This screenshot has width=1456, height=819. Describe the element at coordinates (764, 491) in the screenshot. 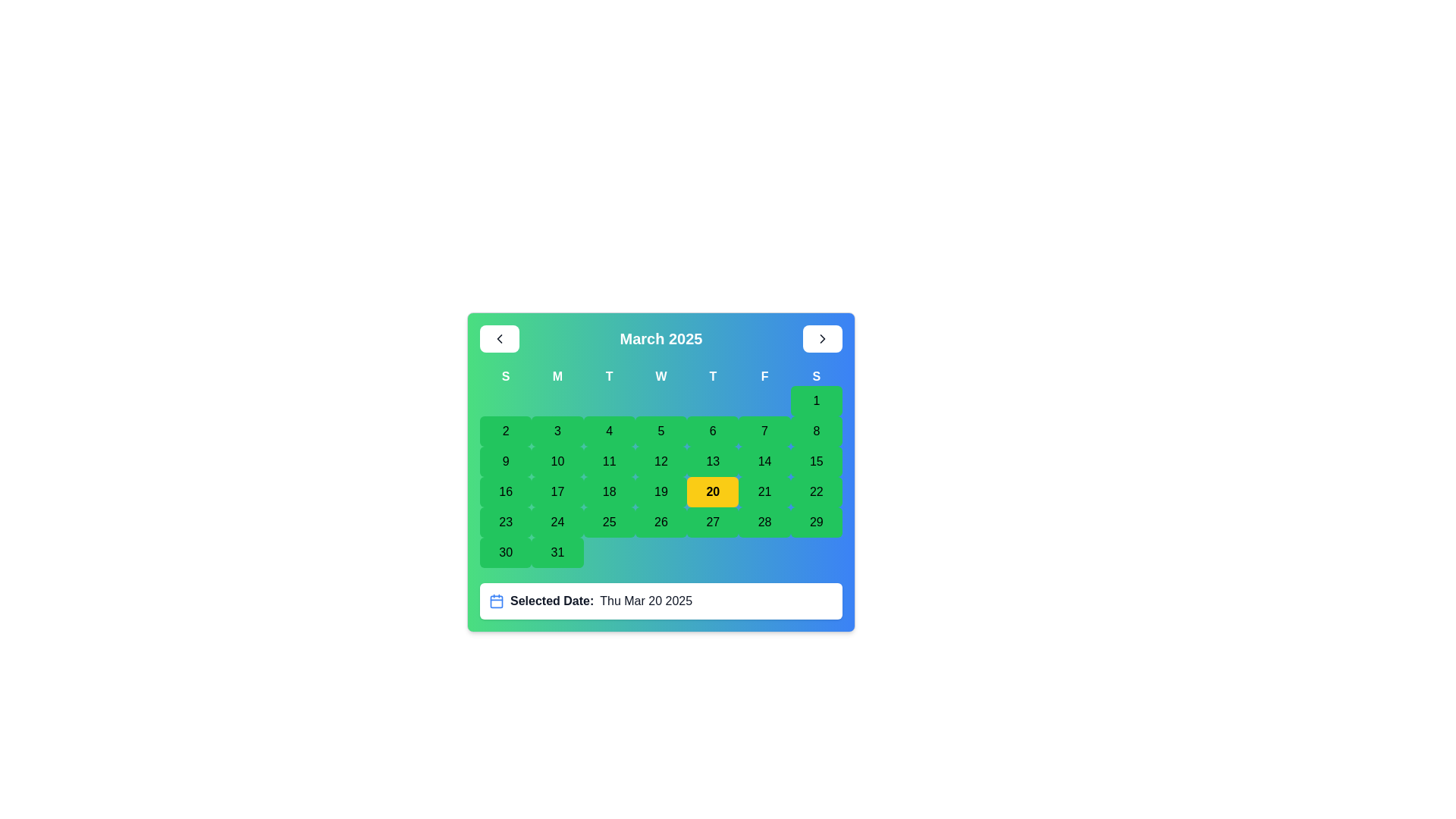

I see `the button labeled '21' with a green background in the lower-right section of the calendar grid` at that location.